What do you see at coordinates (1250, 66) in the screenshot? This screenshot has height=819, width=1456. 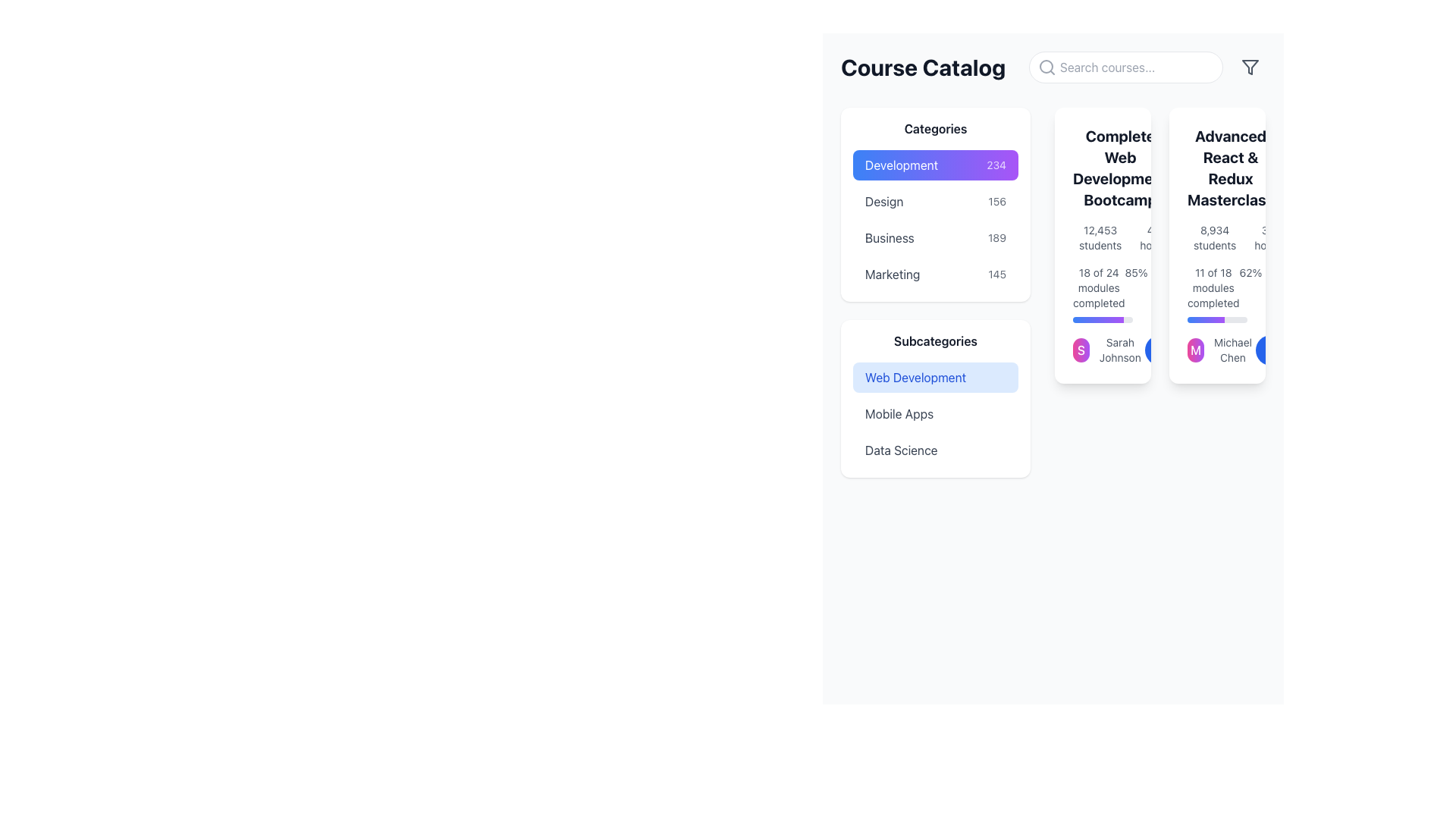 I see `the filter button located at the top-right corner of the interface, near the search bar` at bounding box center [1250, 66].